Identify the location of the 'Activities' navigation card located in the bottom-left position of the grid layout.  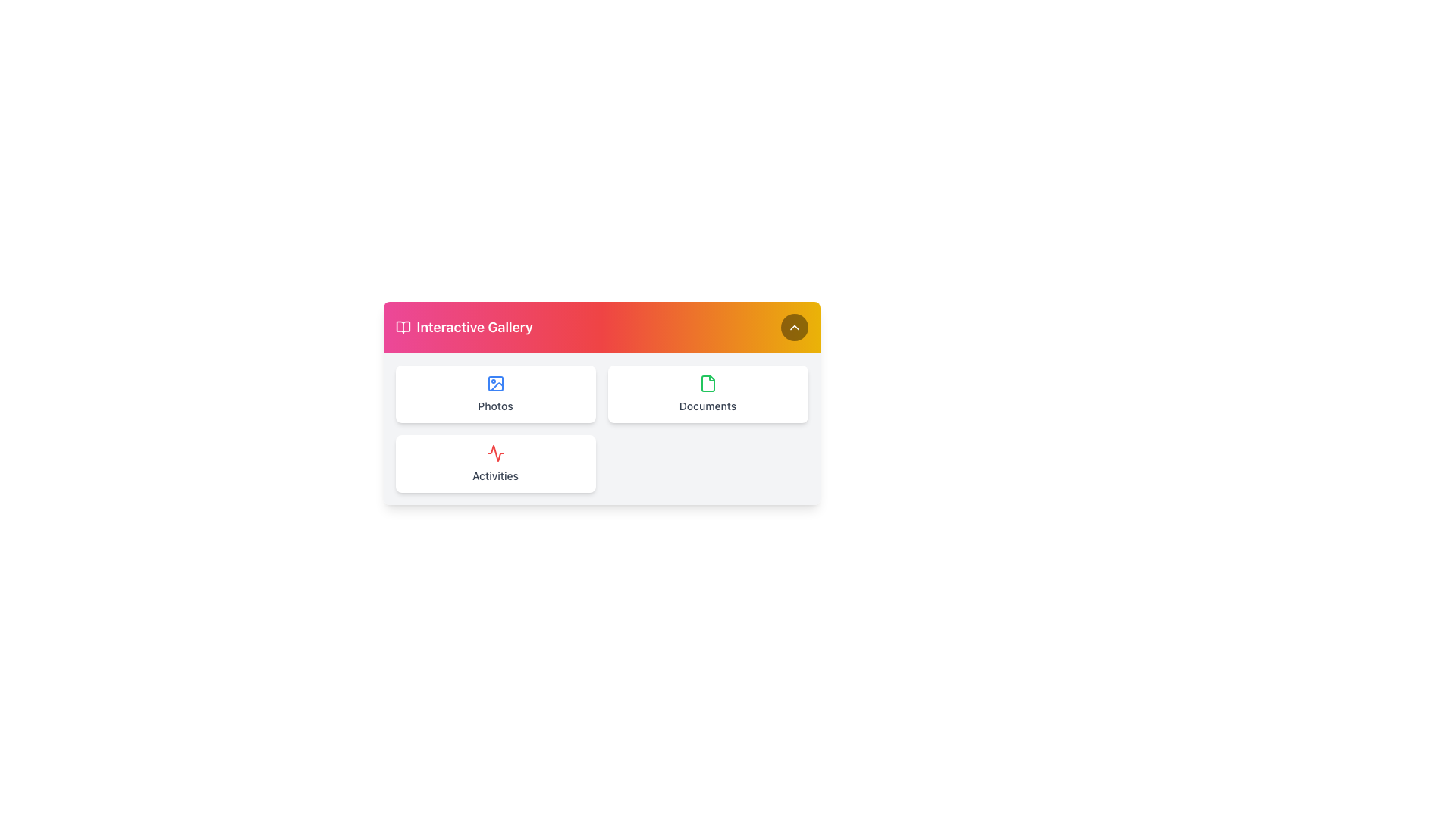
(495, 463).